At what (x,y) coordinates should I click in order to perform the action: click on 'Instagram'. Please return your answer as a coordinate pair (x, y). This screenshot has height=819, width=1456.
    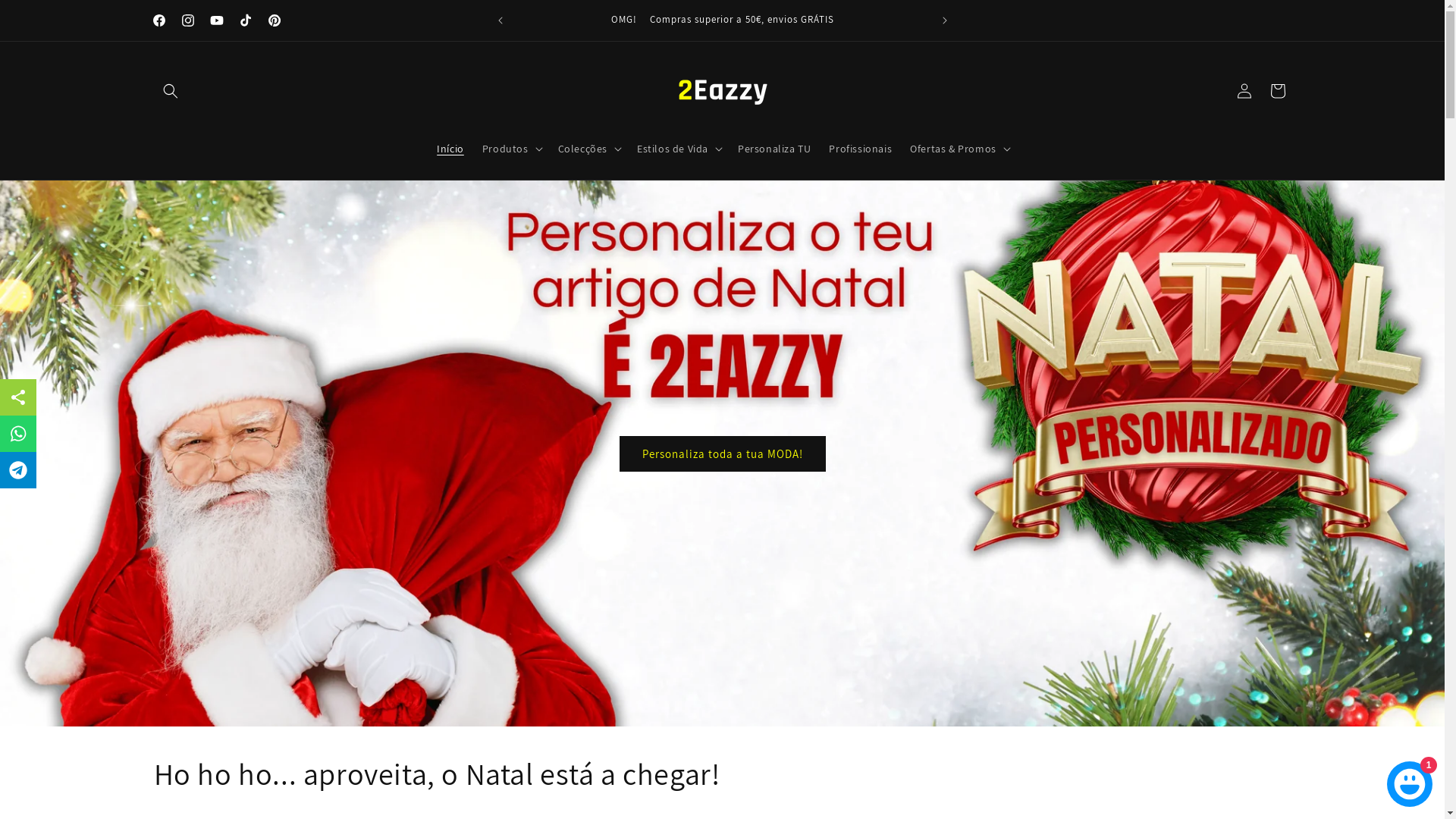
    Looking at the image, I should click on (186, 20).